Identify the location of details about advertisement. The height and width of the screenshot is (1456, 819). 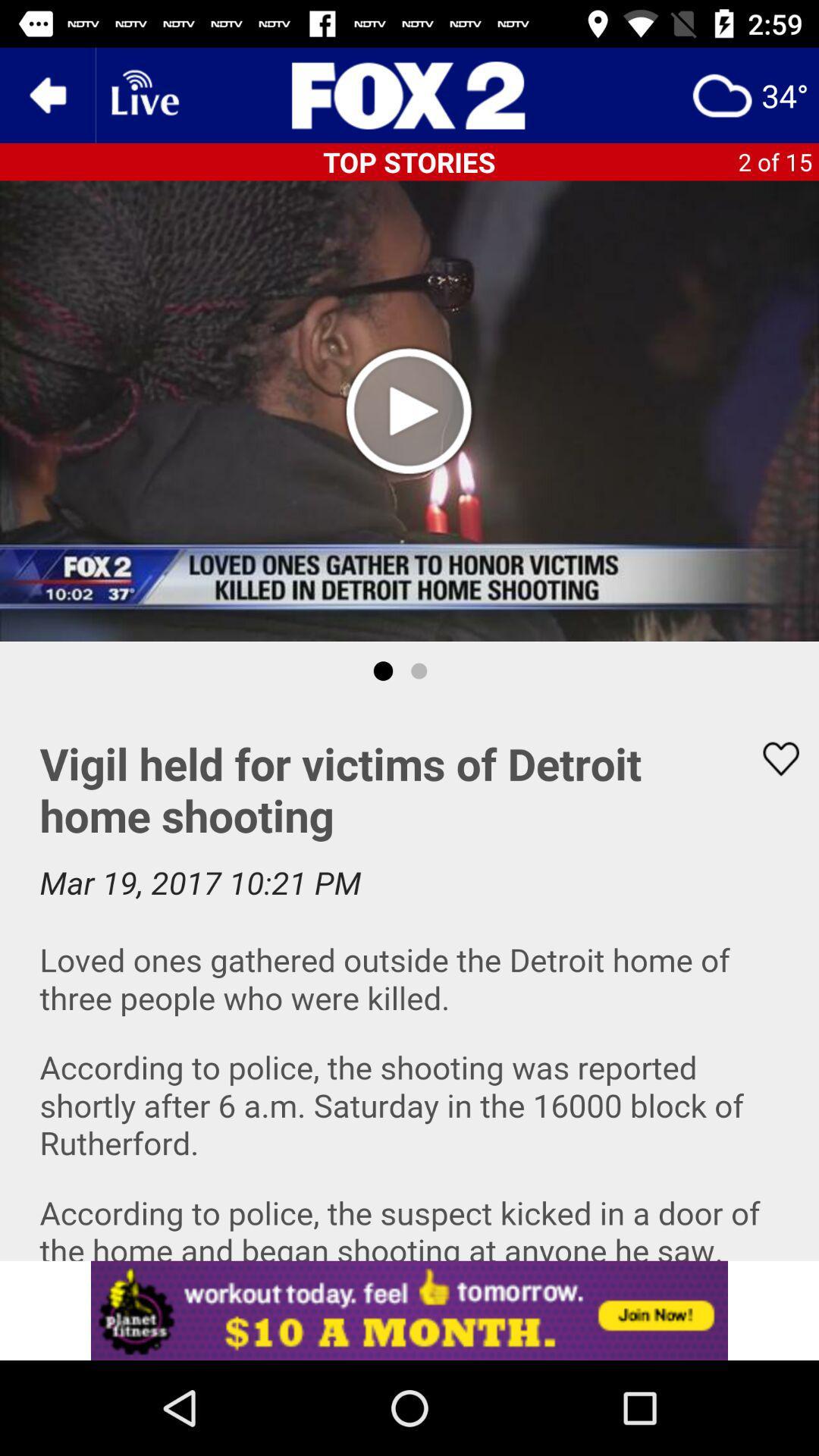
(409, 1310).